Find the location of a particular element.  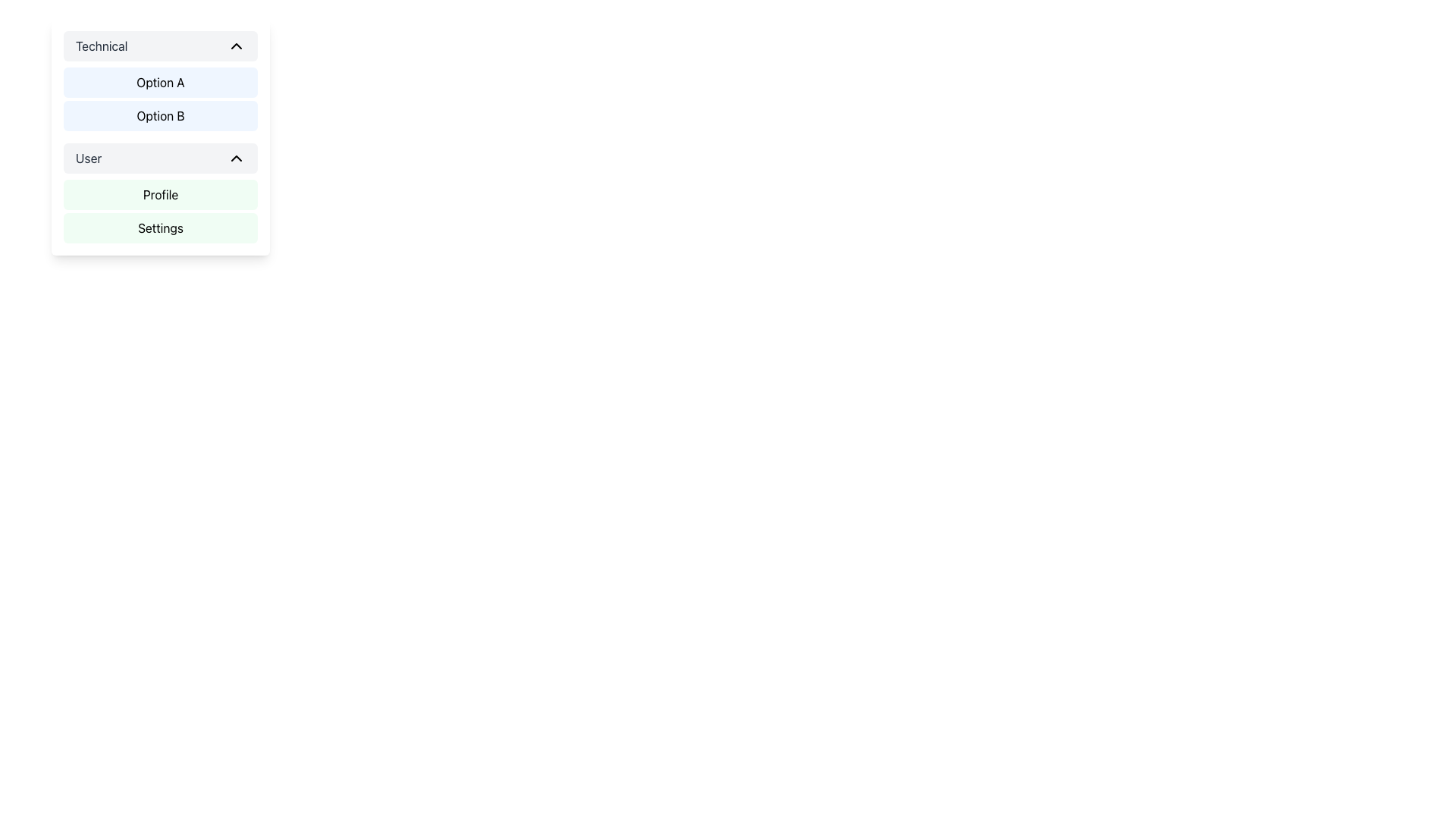

'Option A' in the dropdown list located under the 'Technical' section is located at coordinates (160, 99).